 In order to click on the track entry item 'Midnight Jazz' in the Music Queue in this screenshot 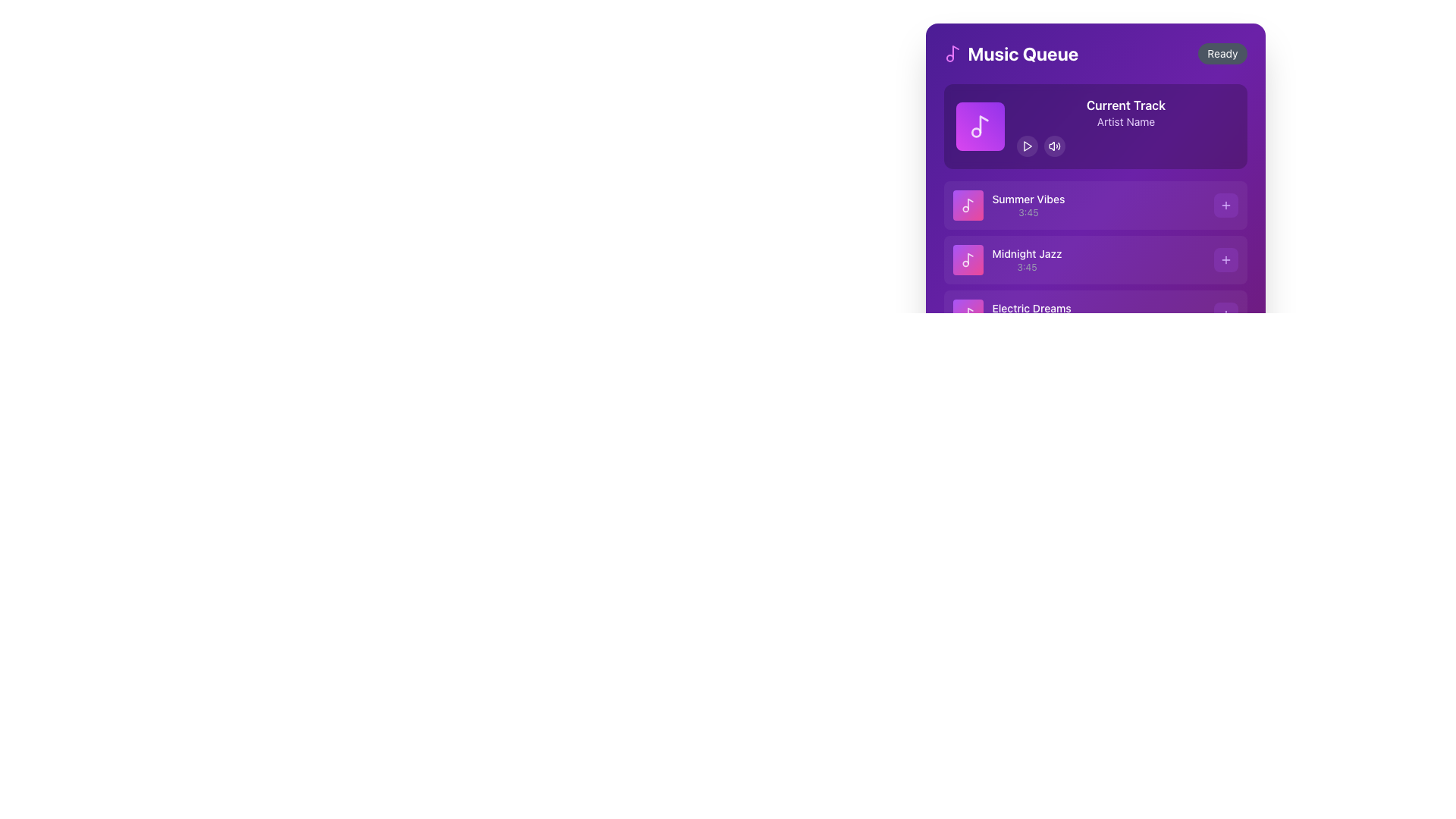, I will do `click(1095, 259)`.